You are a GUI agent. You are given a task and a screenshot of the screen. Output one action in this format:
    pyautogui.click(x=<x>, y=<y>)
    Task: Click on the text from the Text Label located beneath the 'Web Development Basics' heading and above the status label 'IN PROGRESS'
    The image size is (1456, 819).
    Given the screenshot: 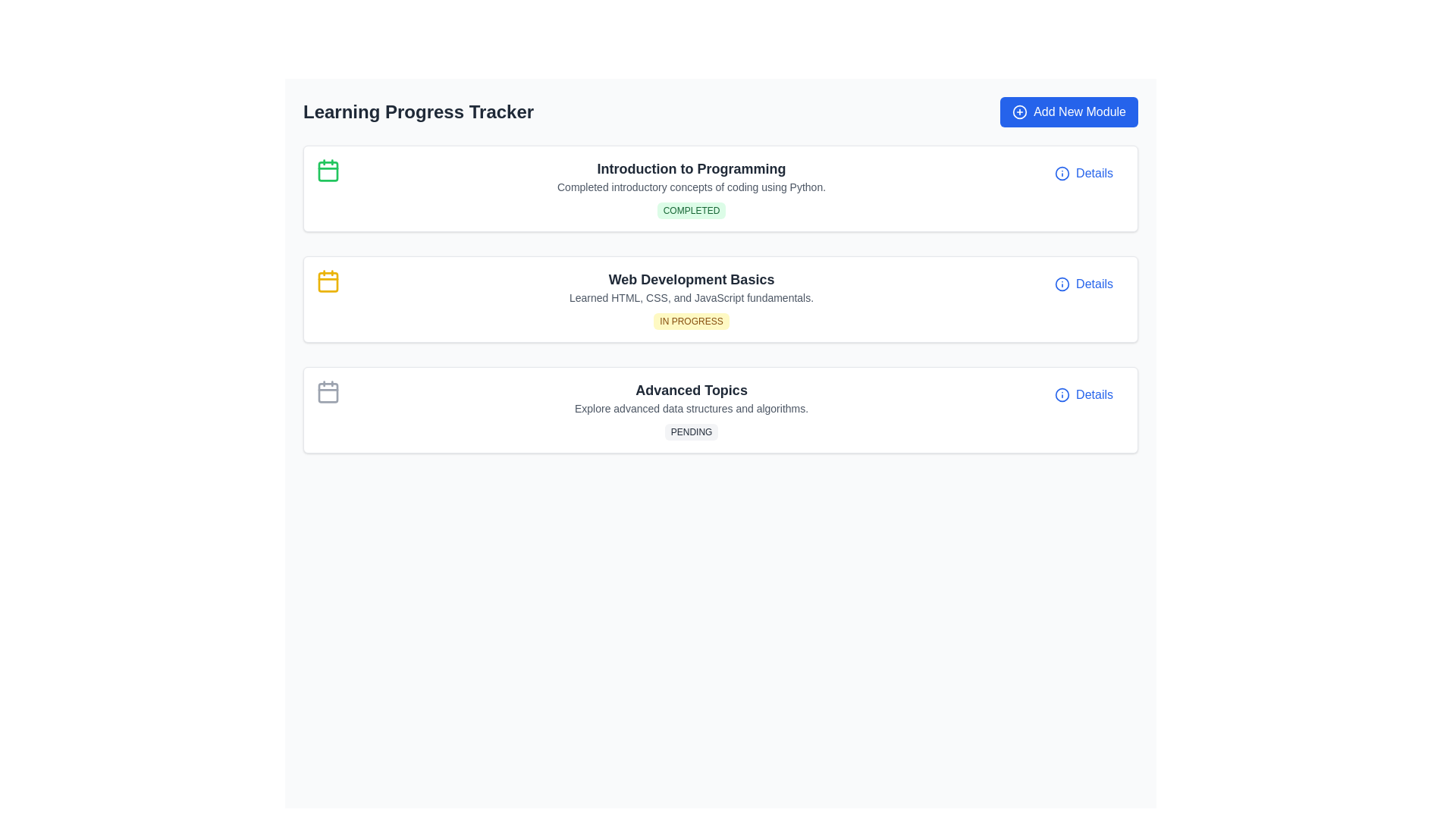 What is the action you would take?
    pyautogui.click(x=691, y=298)
    